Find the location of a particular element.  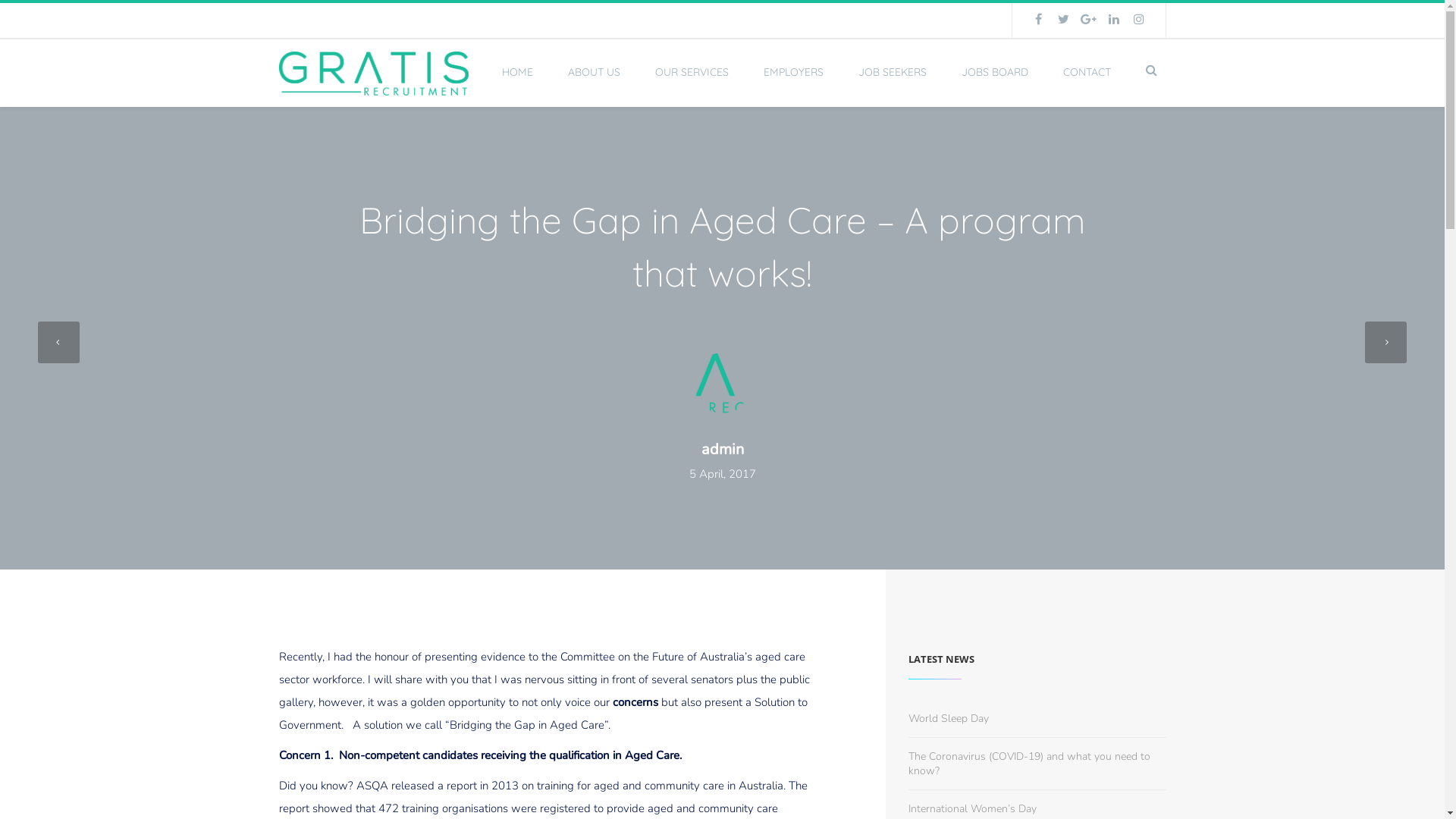

'CONTACT' is located at coordinates (1086, 72).